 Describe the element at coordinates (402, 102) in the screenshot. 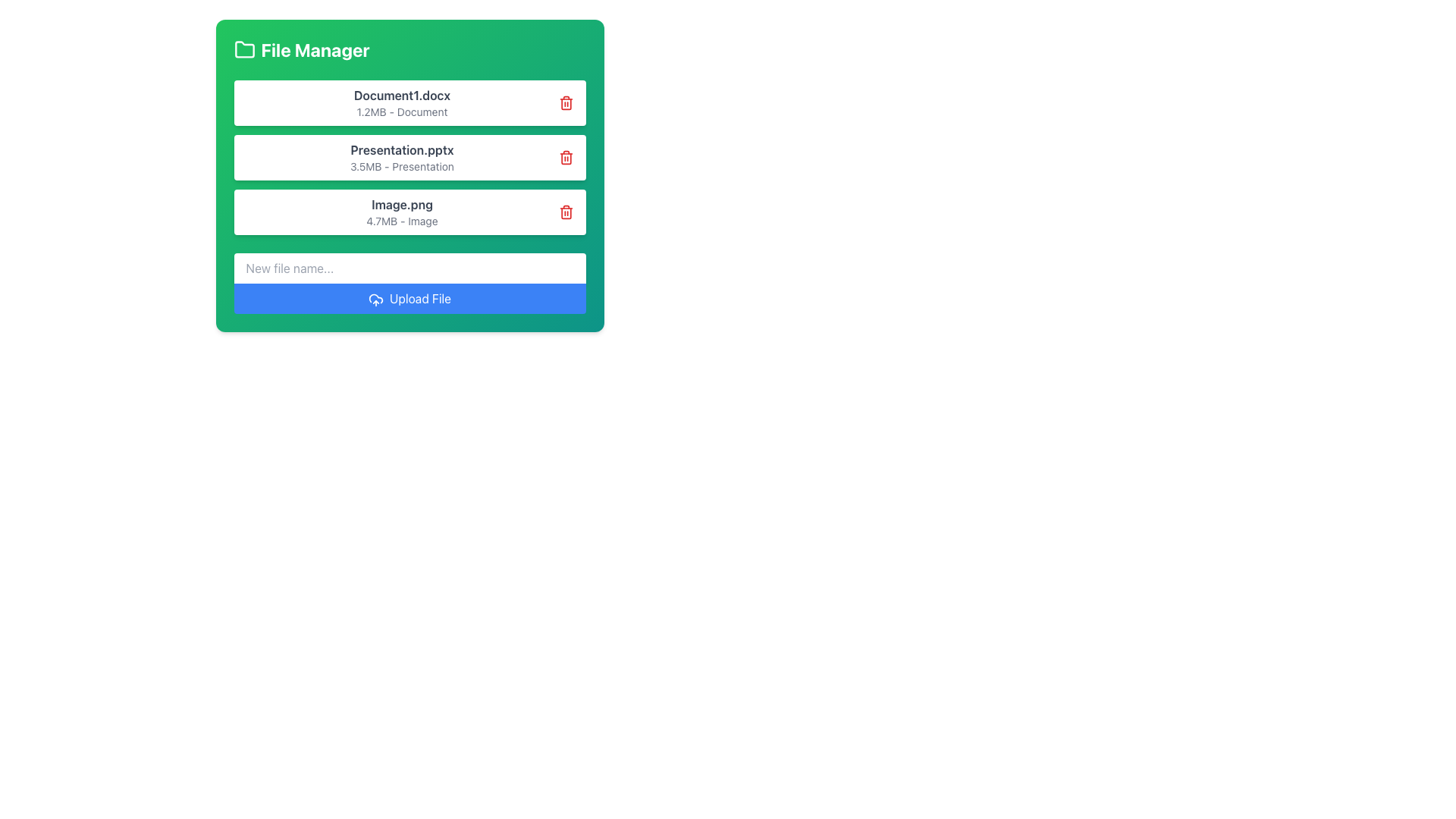

I see `the text label displaying the file name 'Document1.docx' at the top of the file manager list` at that location.